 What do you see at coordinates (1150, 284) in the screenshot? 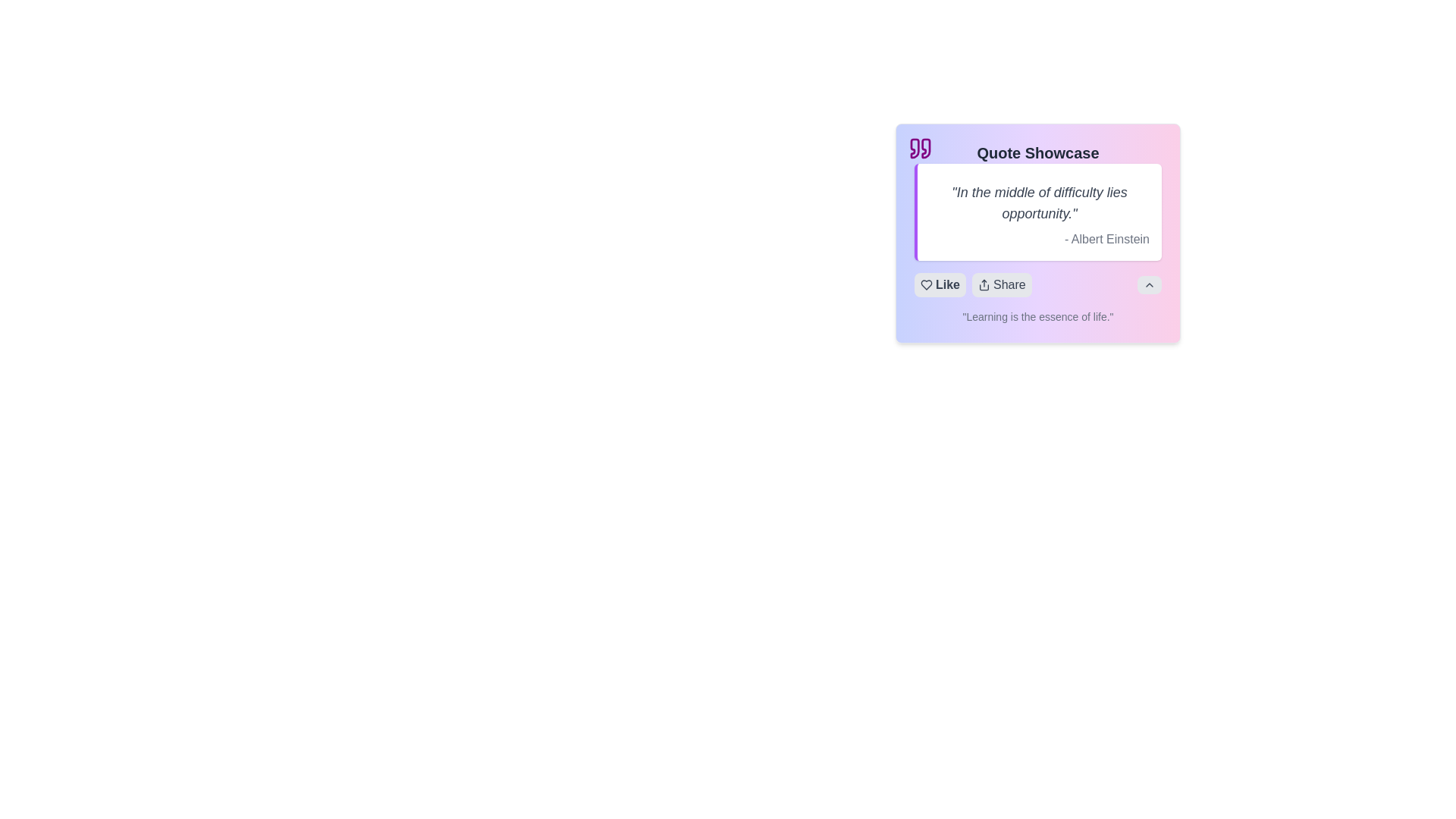
I see `the chevron icon button located at the top-right corner of the card interface` at bounding box center [1150, 284].